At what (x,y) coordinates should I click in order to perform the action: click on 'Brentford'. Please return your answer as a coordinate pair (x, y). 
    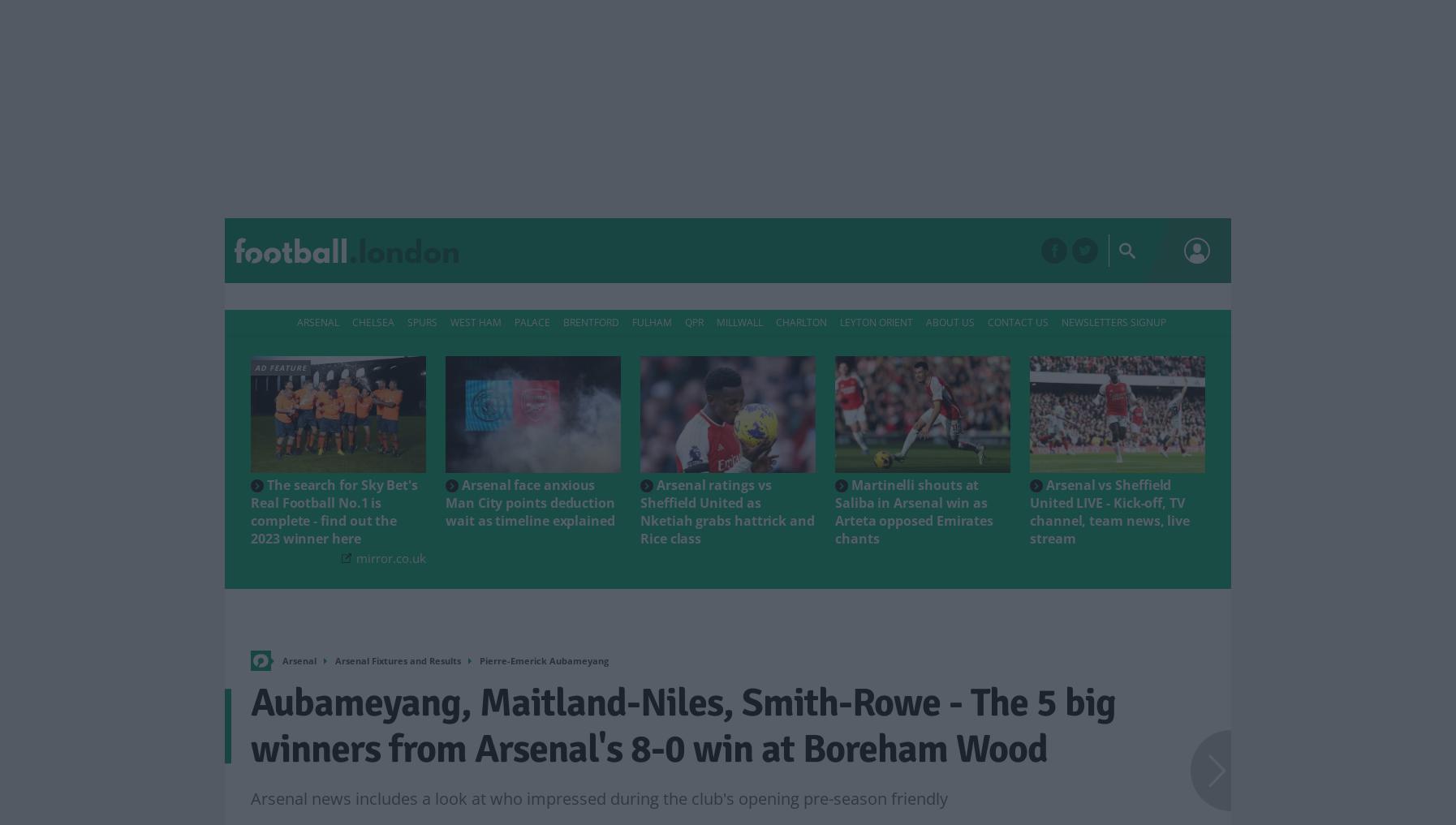
    Looking at the image, I should click on (590, 322).